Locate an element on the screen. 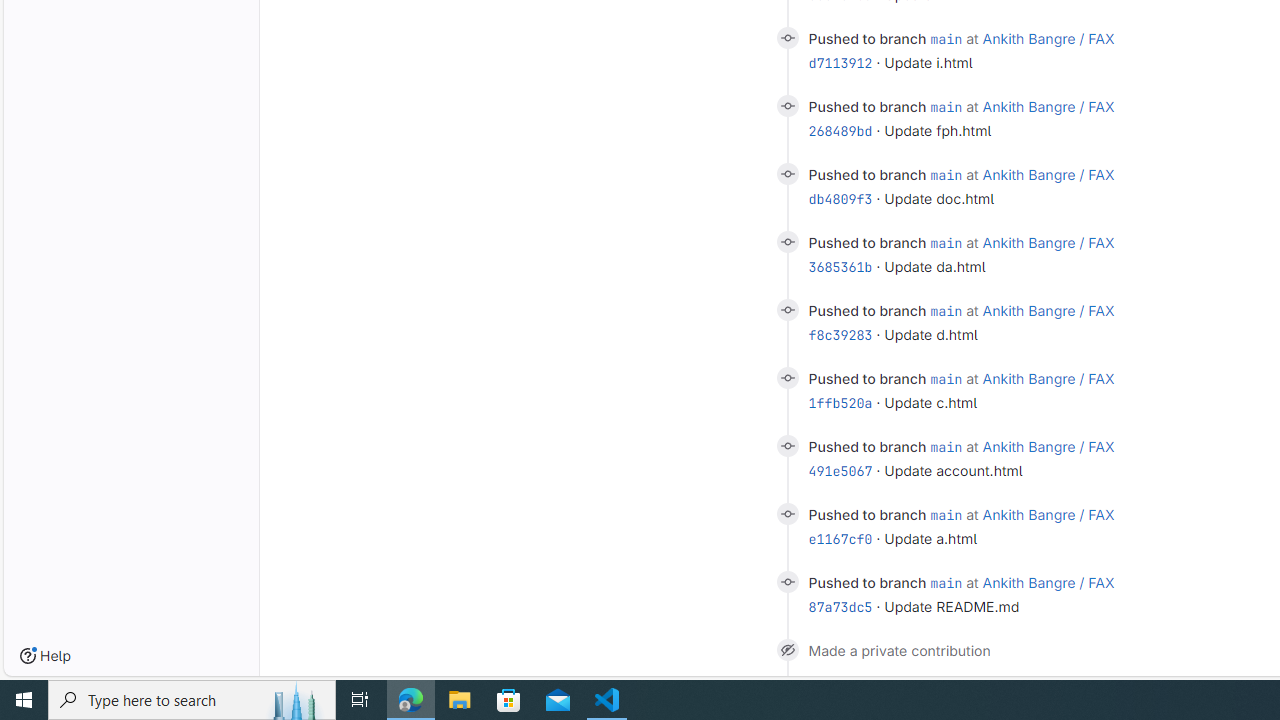 The width and height of the screenshot is (1280, 720). '1ffb520a' is located at coordinates (840, 402).